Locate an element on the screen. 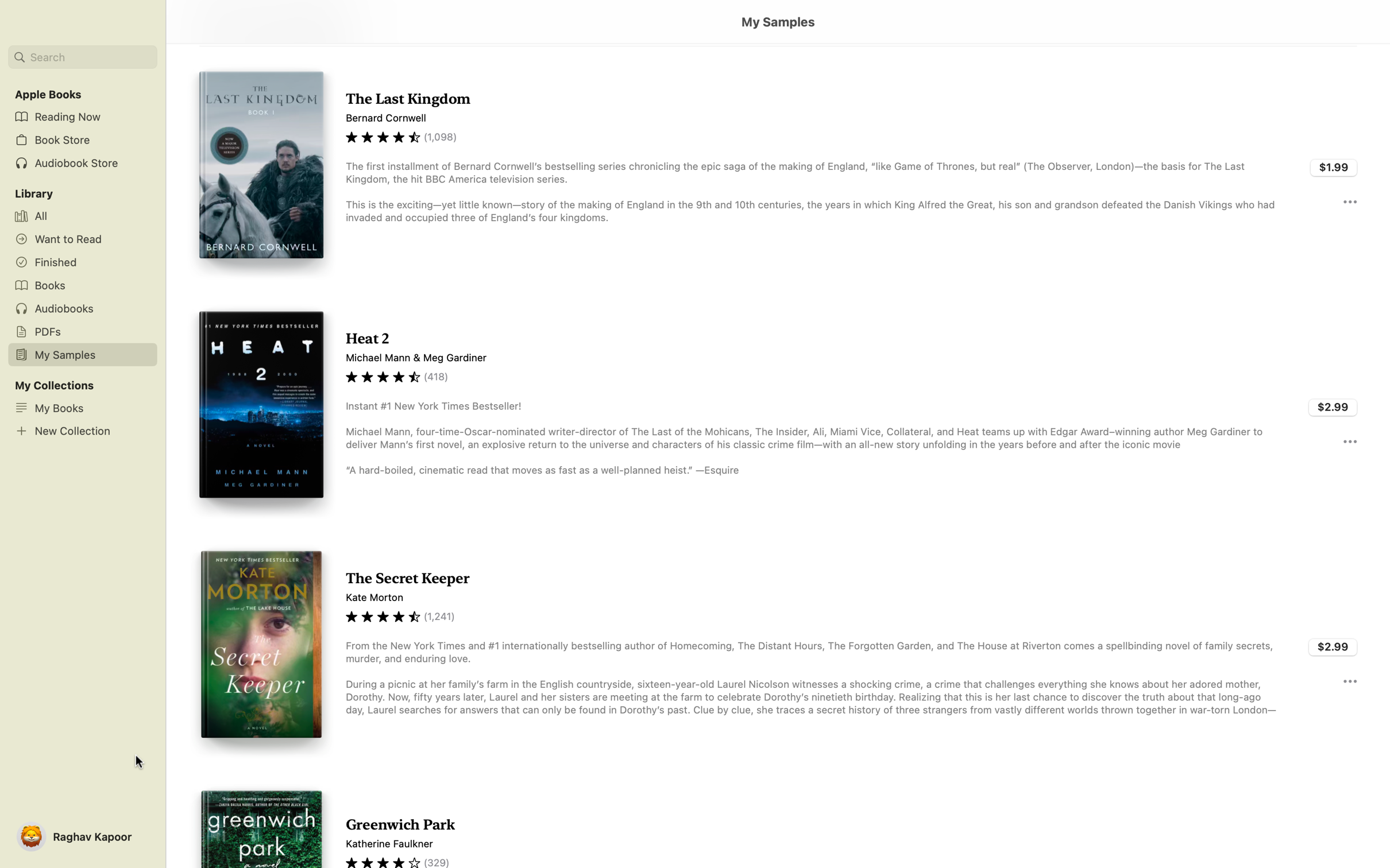  To learn more details about the book "Last Kingdom", click the three-dot menu button is located at coordinates (1349, 200).